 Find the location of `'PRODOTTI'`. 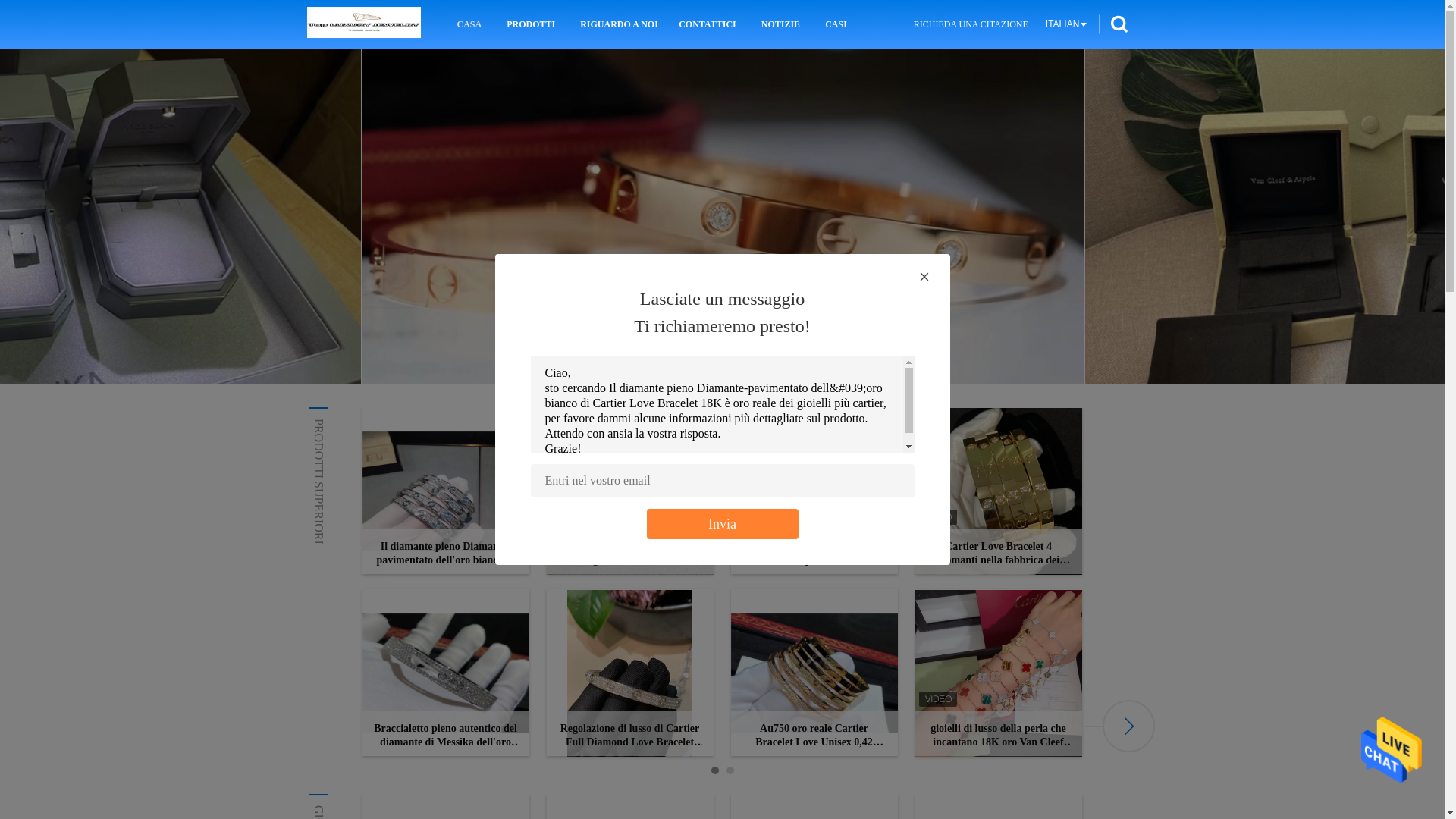

'PRODOTTI' is located at coordinates (531, 24).